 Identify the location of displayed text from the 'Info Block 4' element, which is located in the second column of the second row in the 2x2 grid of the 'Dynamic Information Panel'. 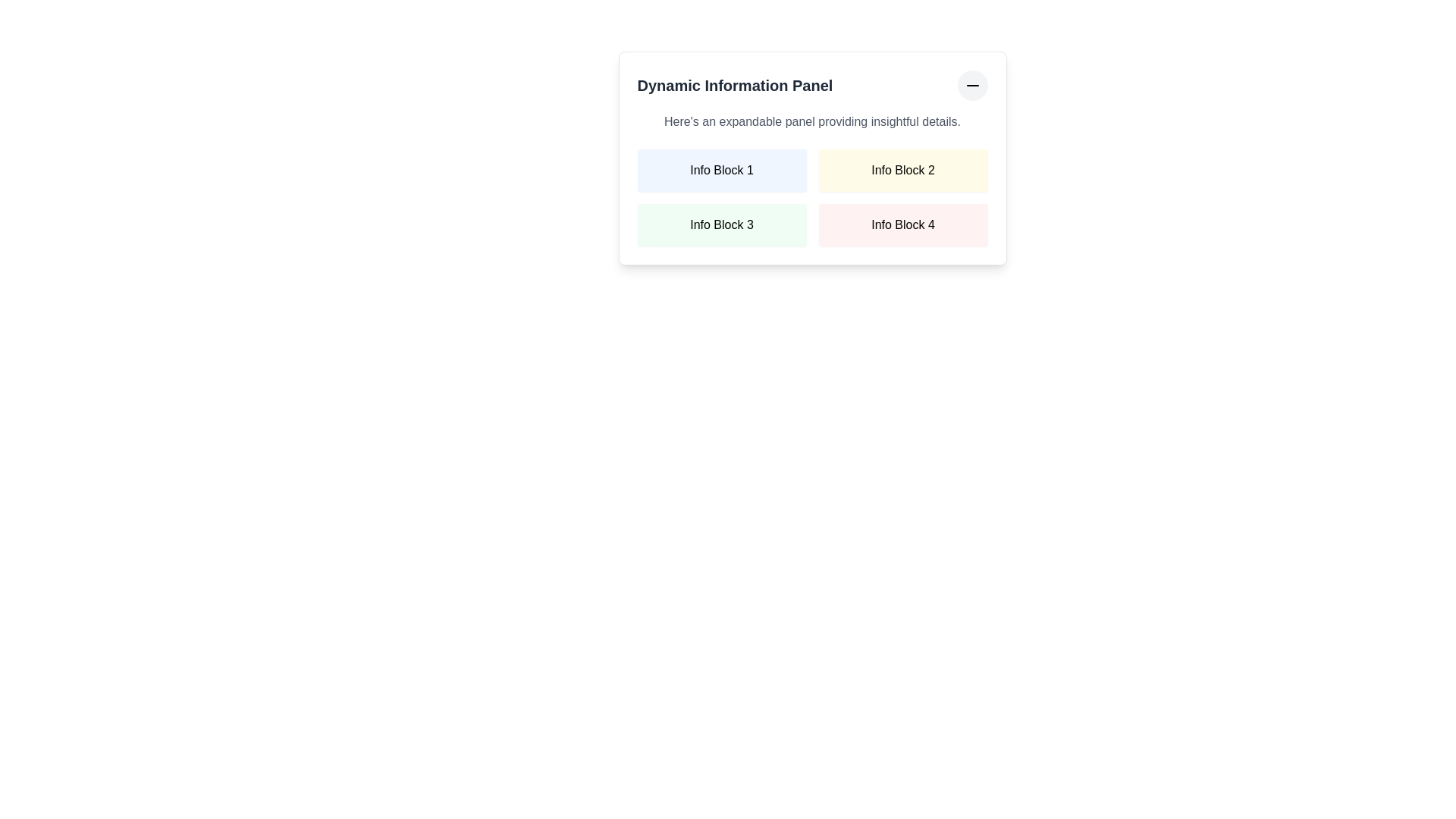
(902, 225).